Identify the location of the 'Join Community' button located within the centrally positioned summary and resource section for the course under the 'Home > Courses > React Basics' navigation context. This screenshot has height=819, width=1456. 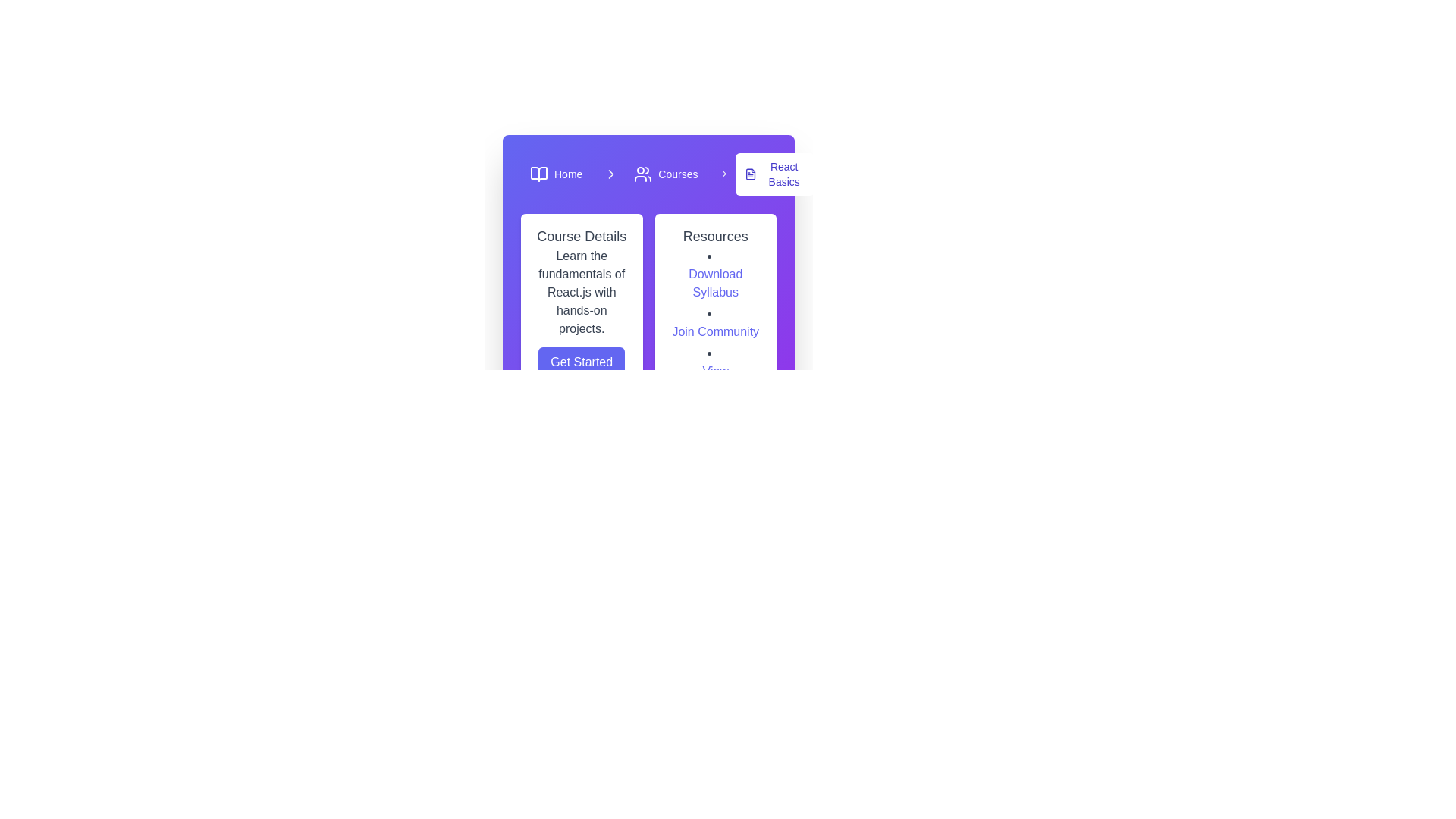
(648, 312).